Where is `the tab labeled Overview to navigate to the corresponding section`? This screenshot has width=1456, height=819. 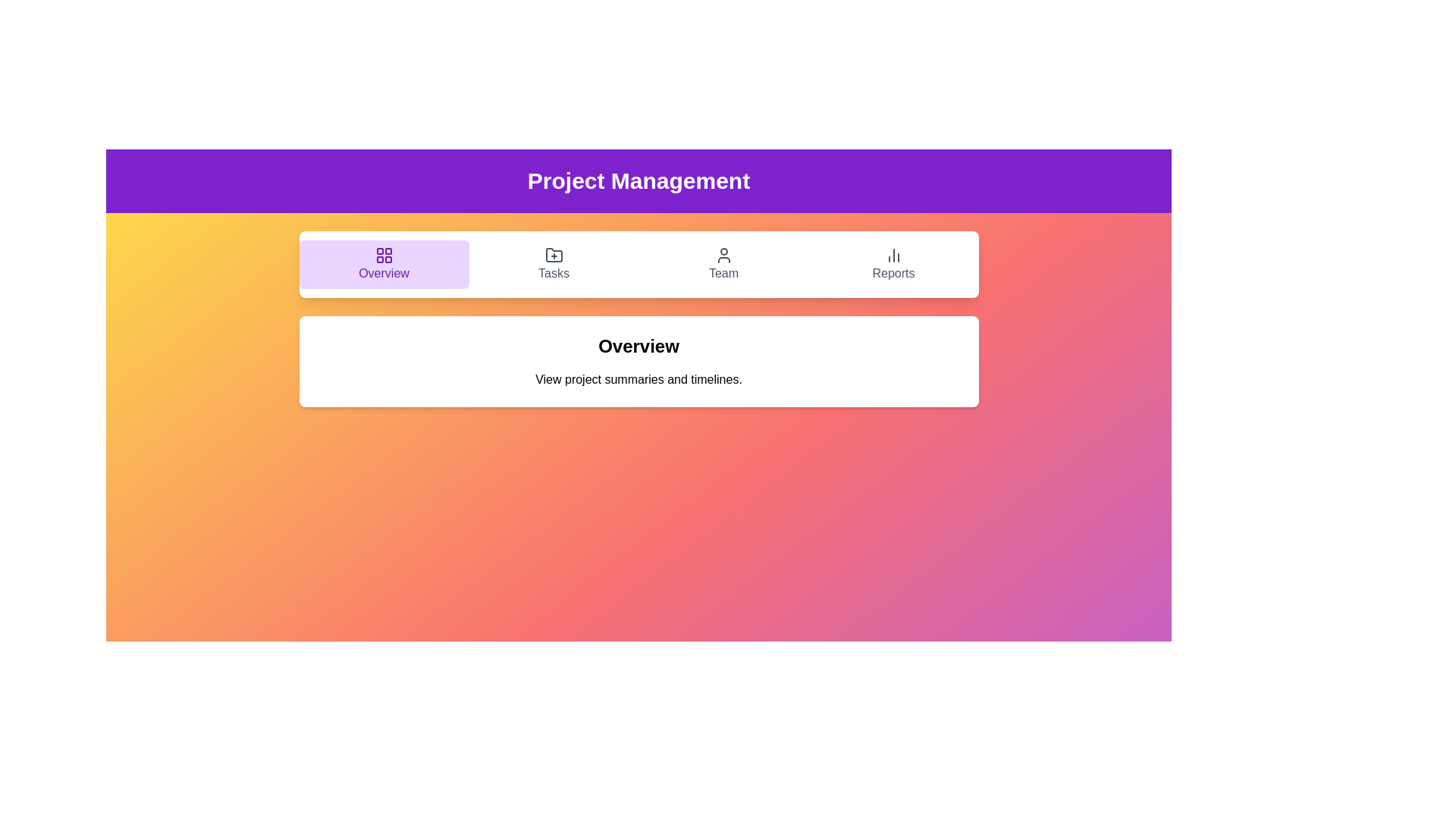
the tab labeled Overview to navigate to the corresponding section is located at coordinates (384, 263).